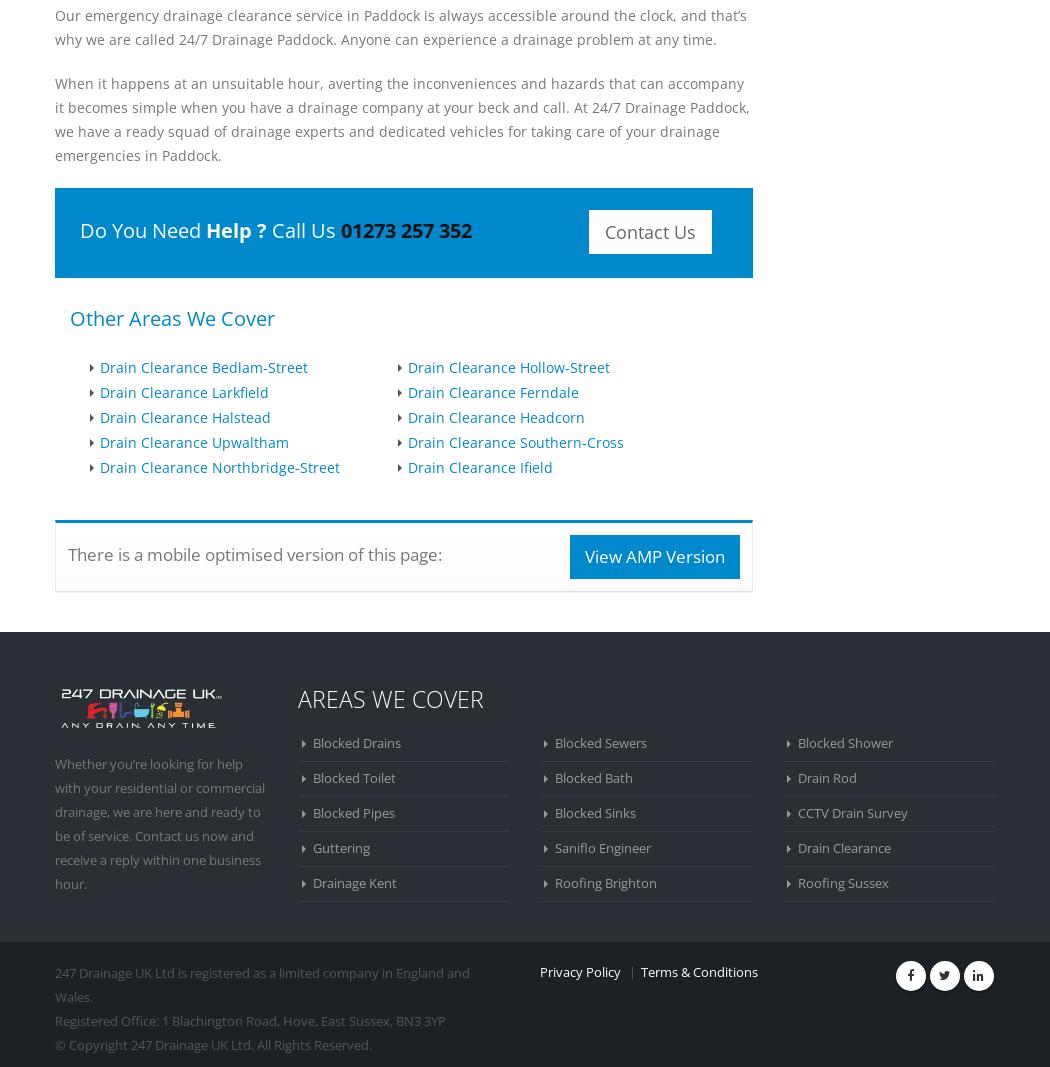 The width and height of the screenshot is (1050, 1067). Describe the element at coordinates (480, 466) in the screenshot. I see `'Drain Clearance Ifield'` at that location.